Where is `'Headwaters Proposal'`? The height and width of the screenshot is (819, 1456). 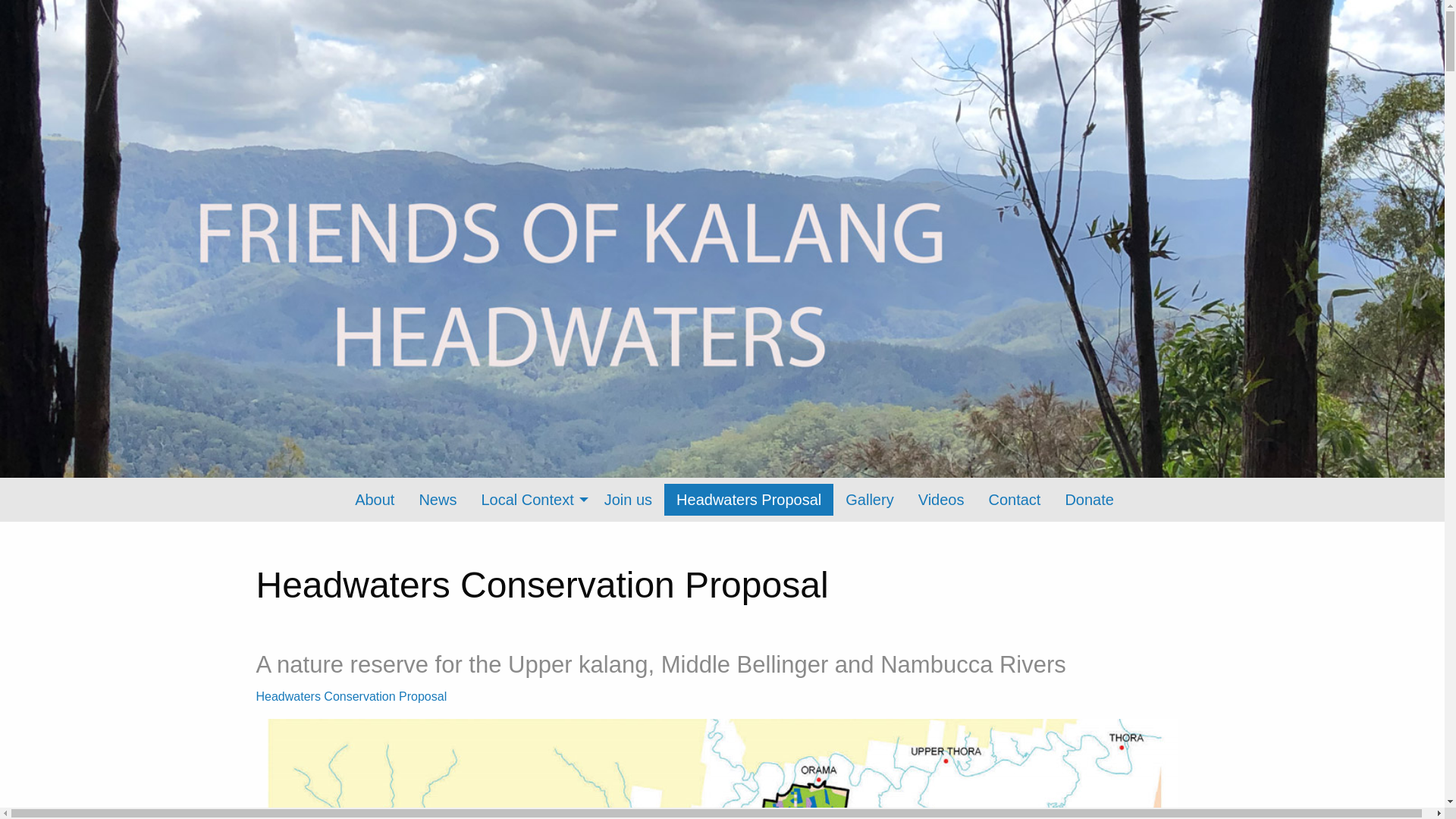 'Headwaters Proposal' is located at coordinates (748, 500).